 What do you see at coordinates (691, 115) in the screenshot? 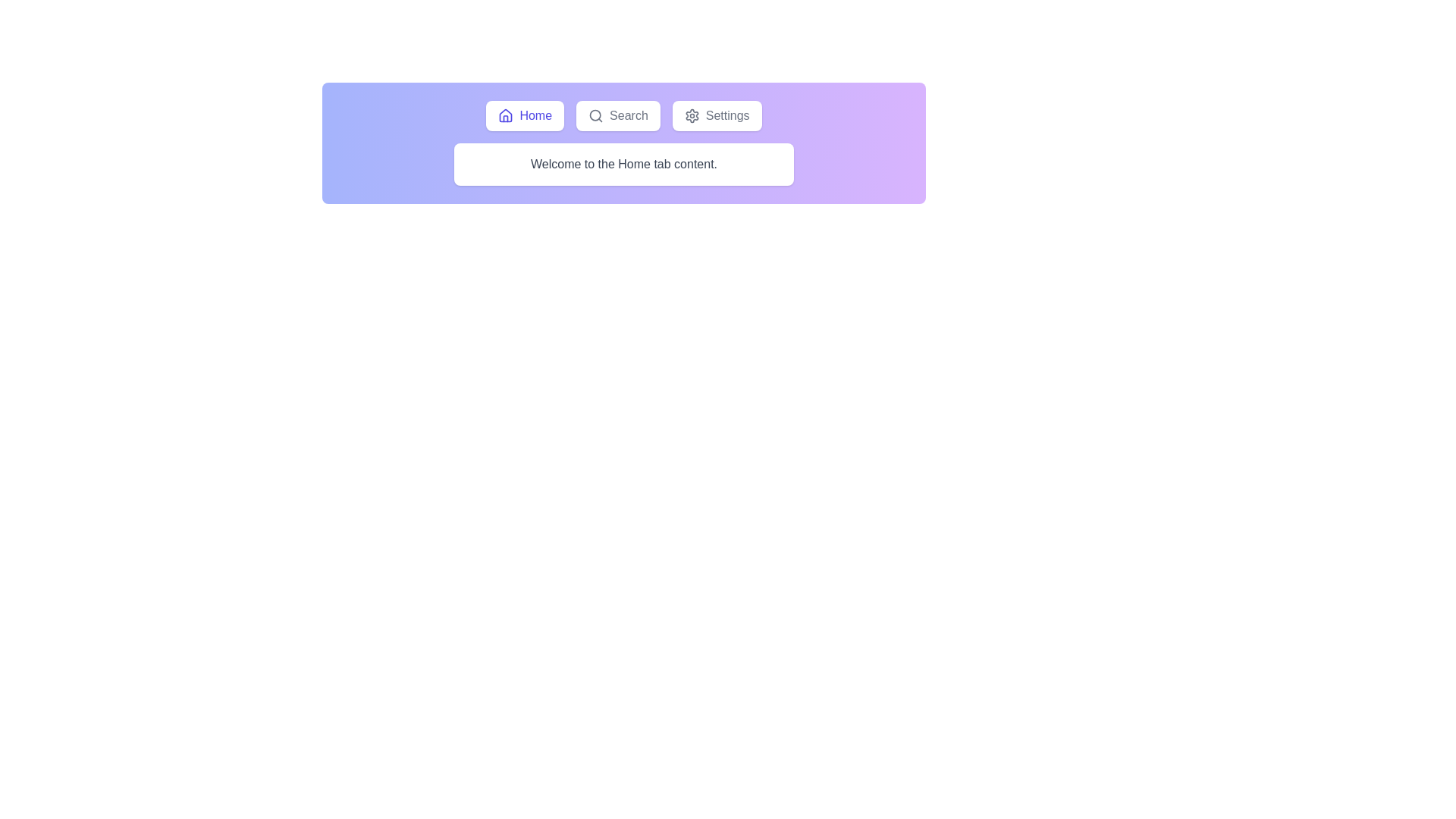
I see `the settings icon, which is a gear-shaped graphical element located within the 'Settings' menu button, the third button from the left in the horizontal navigation options` at bounding box center [691, 115].